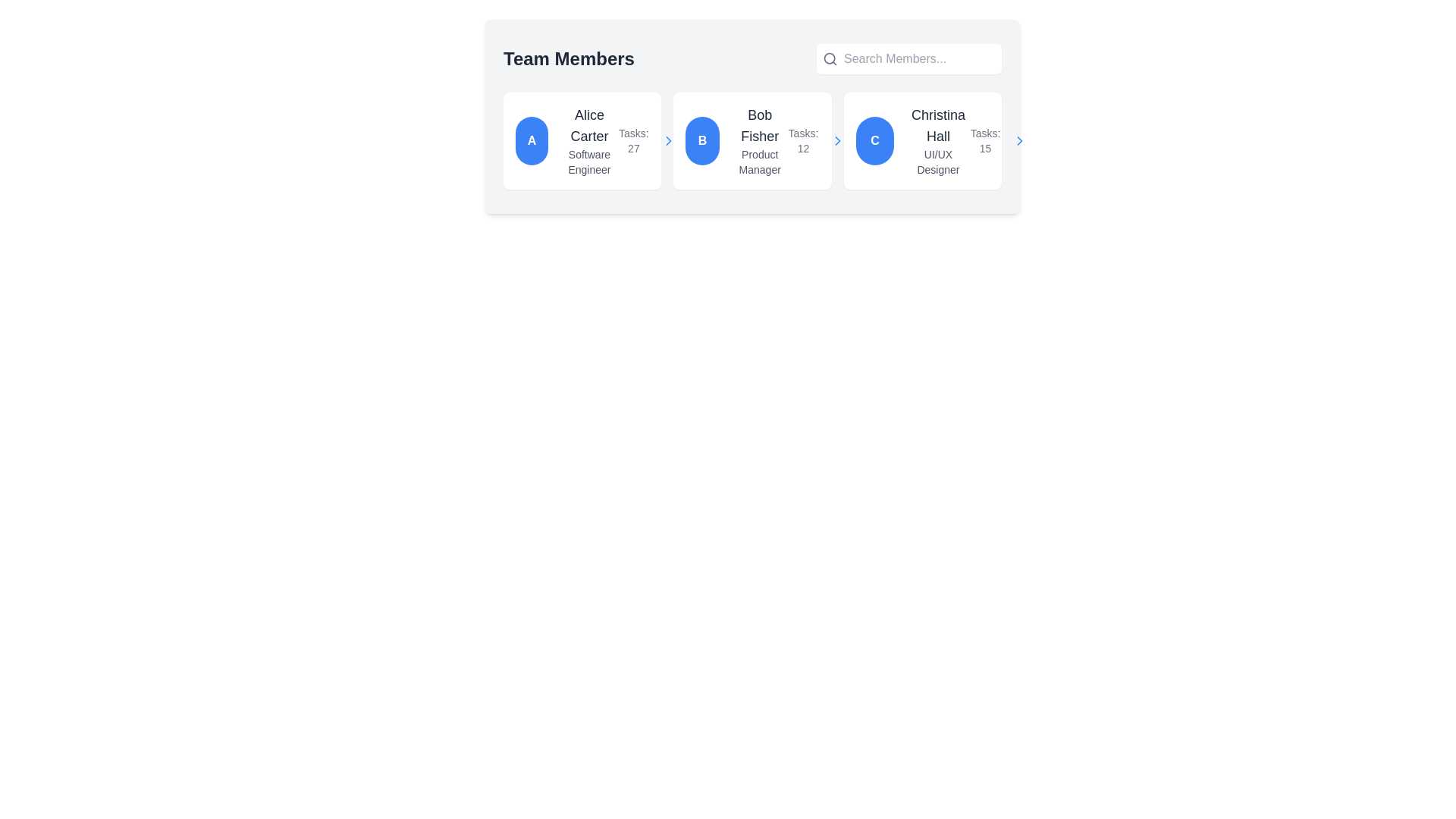 The width and height of the screenshot is (1456, 819). What do you see at coordinates (829, 58) in the screenshot?
I see `the gray magnifying glass search icon located in the top-right section of the interface to initiate a search` at bounding box center [829, 58].